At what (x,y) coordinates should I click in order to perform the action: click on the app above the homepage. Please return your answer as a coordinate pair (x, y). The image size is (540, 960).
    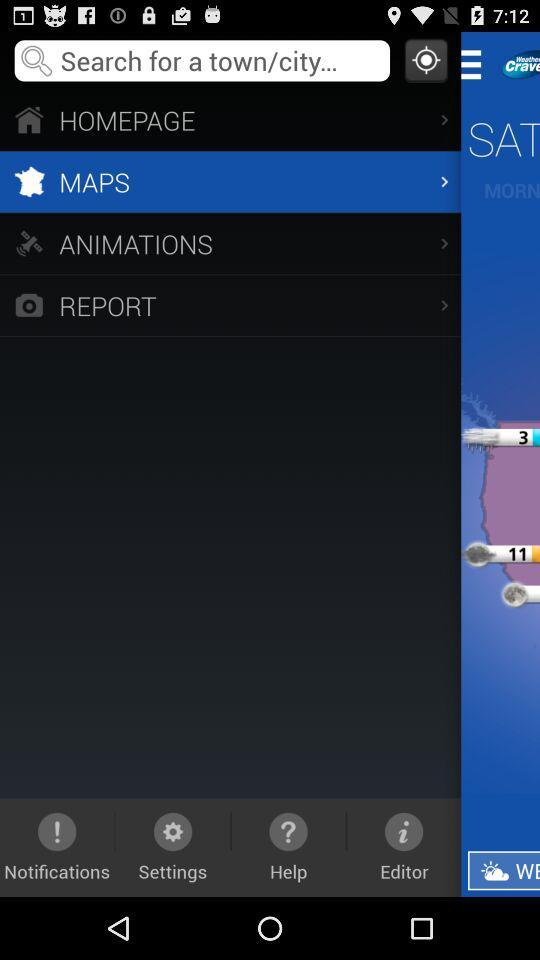
    Looking at the image, I should click on (425, 59).